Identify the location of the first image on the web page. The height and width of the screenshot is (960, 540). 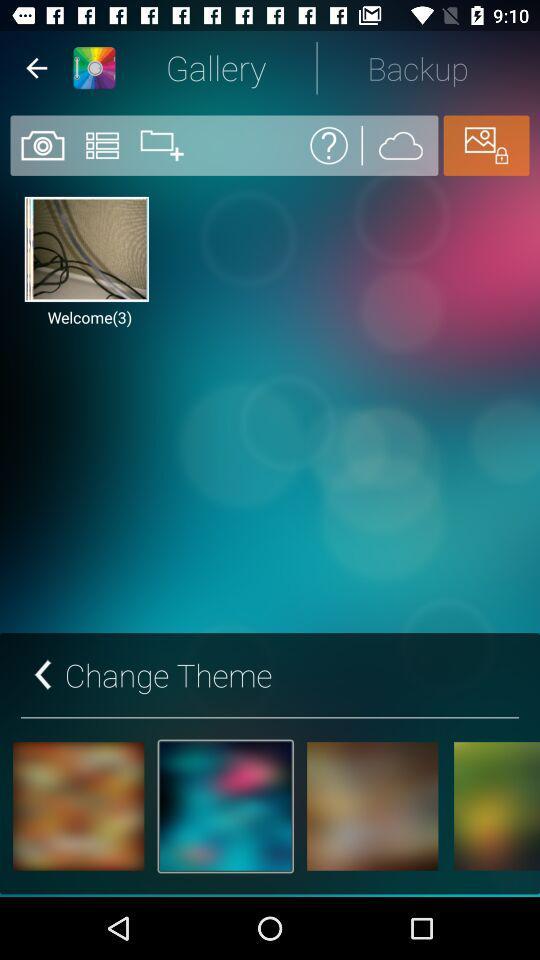
(85, 248).